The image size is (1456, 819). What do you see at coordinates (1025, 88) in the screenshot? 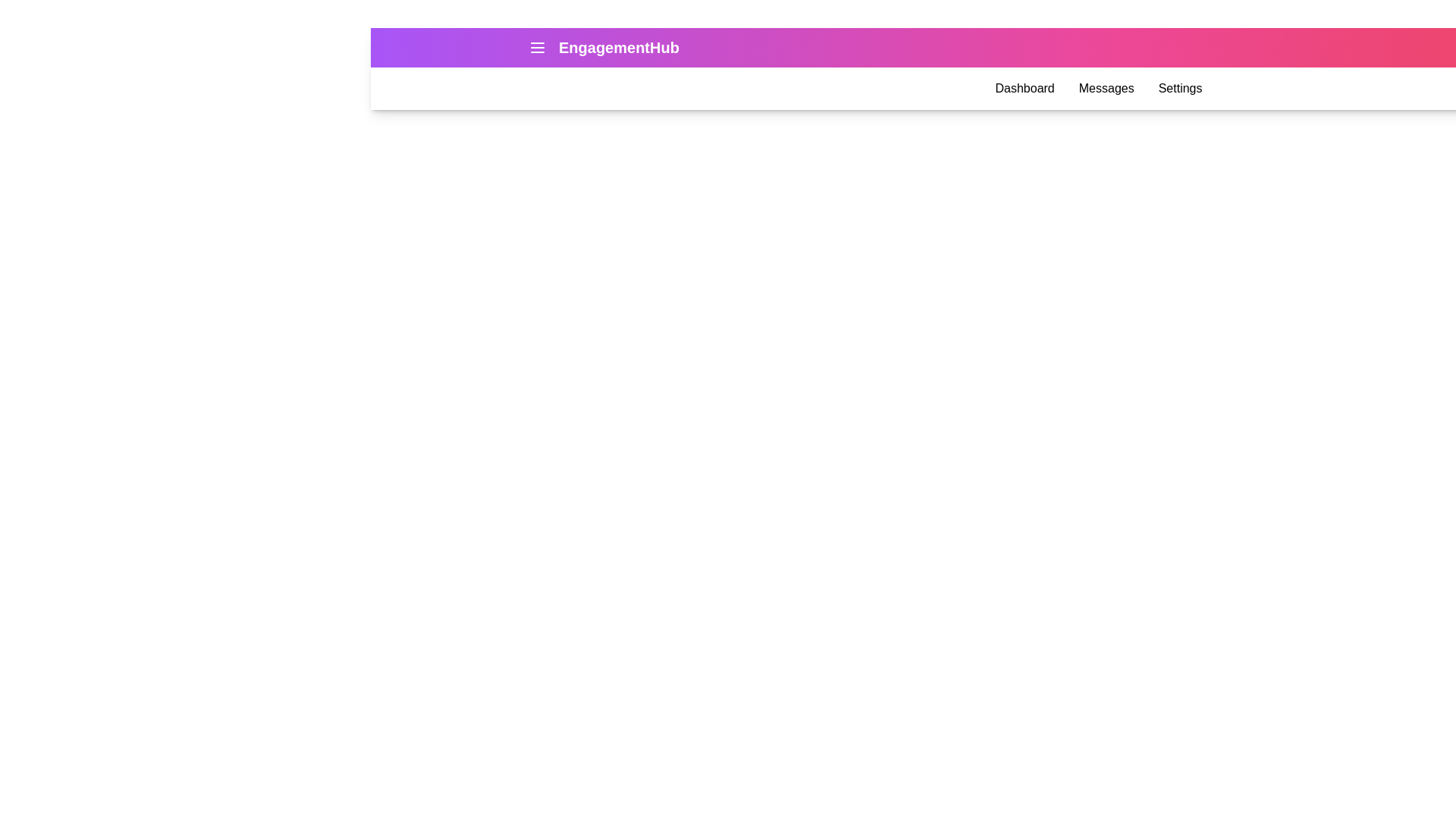
I see `the 'Dashboard' link` at bounding box center [1025, 88].